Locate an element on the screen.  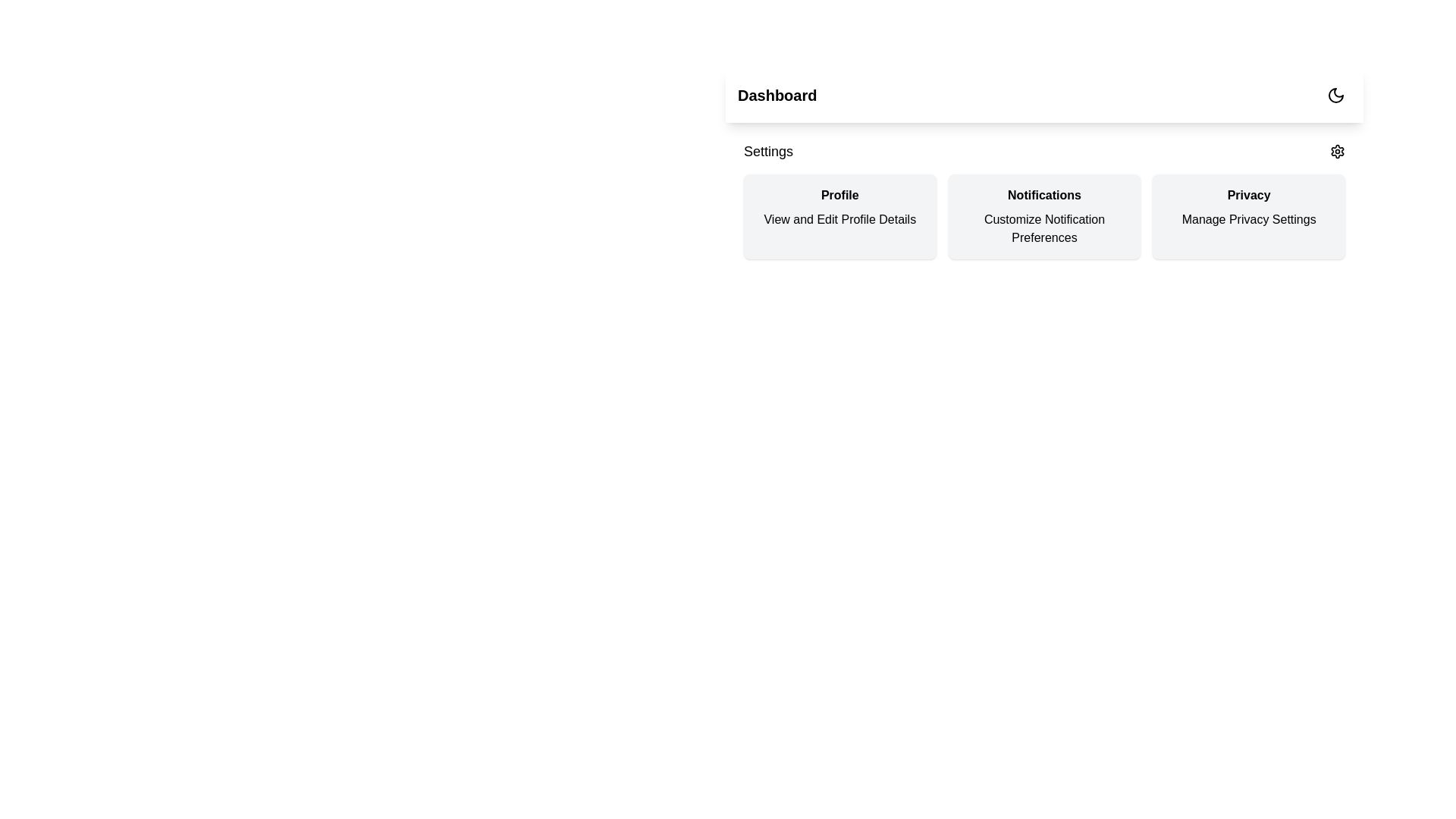
the privacy settings card, which is the third card in a horizontal grid layout is located at coordinates (1249, 216).